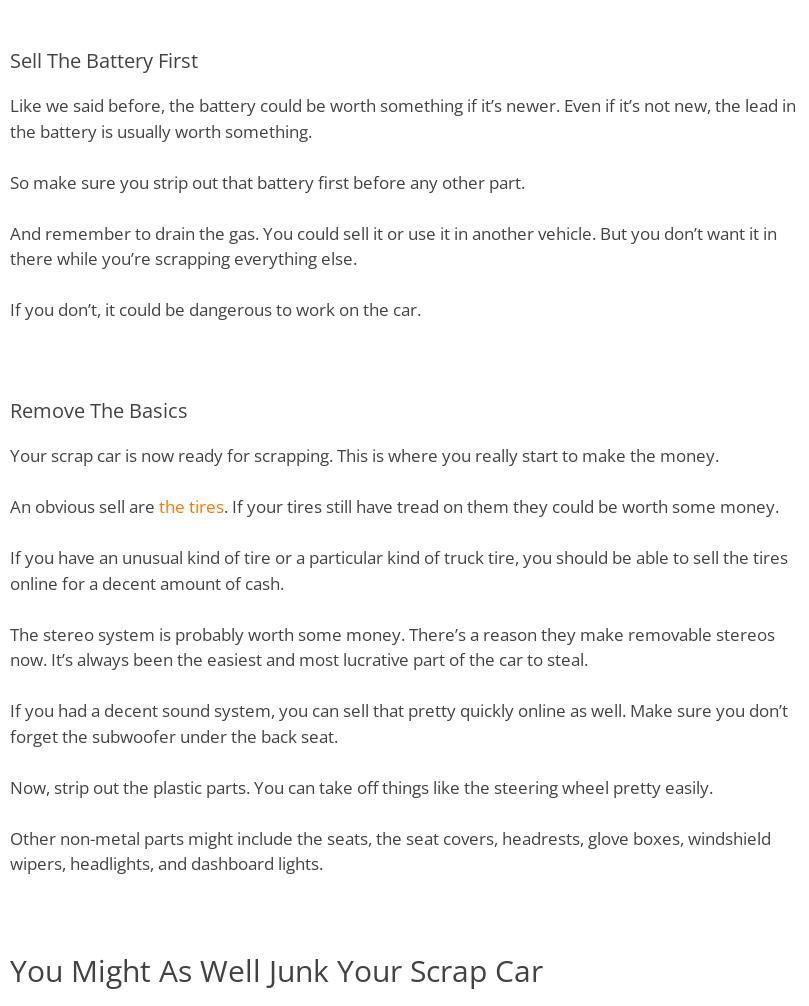 The height and width of the screenshot is (1006, 809). What do you see at coordinates (10, 785) in the screenshot?
I see `'Now, strip out the plastic parts. You can take off things like the steering wheel pretty easily.'` at bounding box center [10, 785].